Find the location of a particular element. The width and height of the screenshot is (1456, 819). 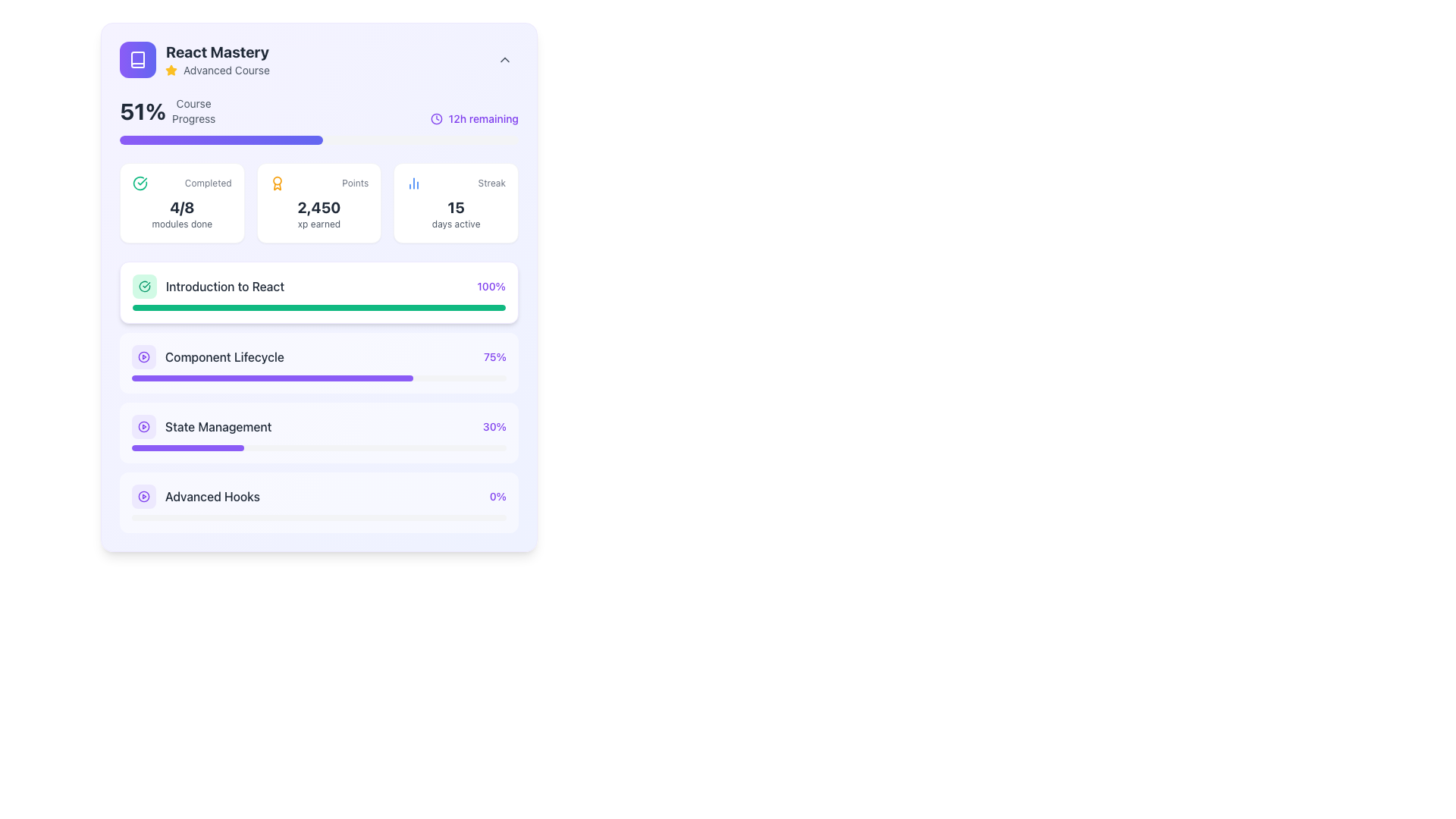

the educational-themed icon located to the left of the 'React Mastery' title and above the course progress bar is located at coordinates (138, 58).